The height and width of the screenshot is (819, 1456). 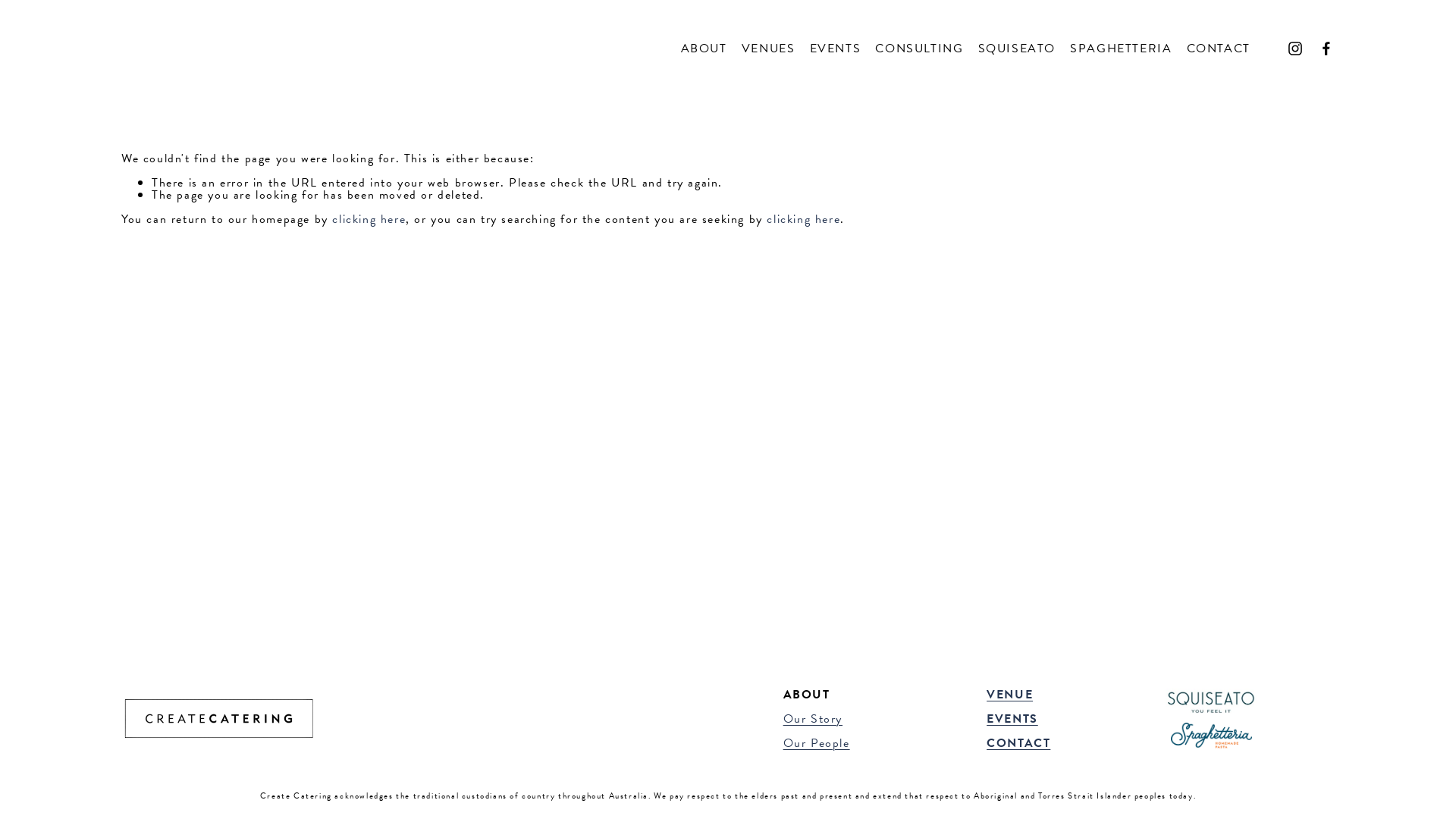 What do you see at coordinates (811, 718) in the screenshot?
I see `'Our Story'` at bounding box center [811, 718].